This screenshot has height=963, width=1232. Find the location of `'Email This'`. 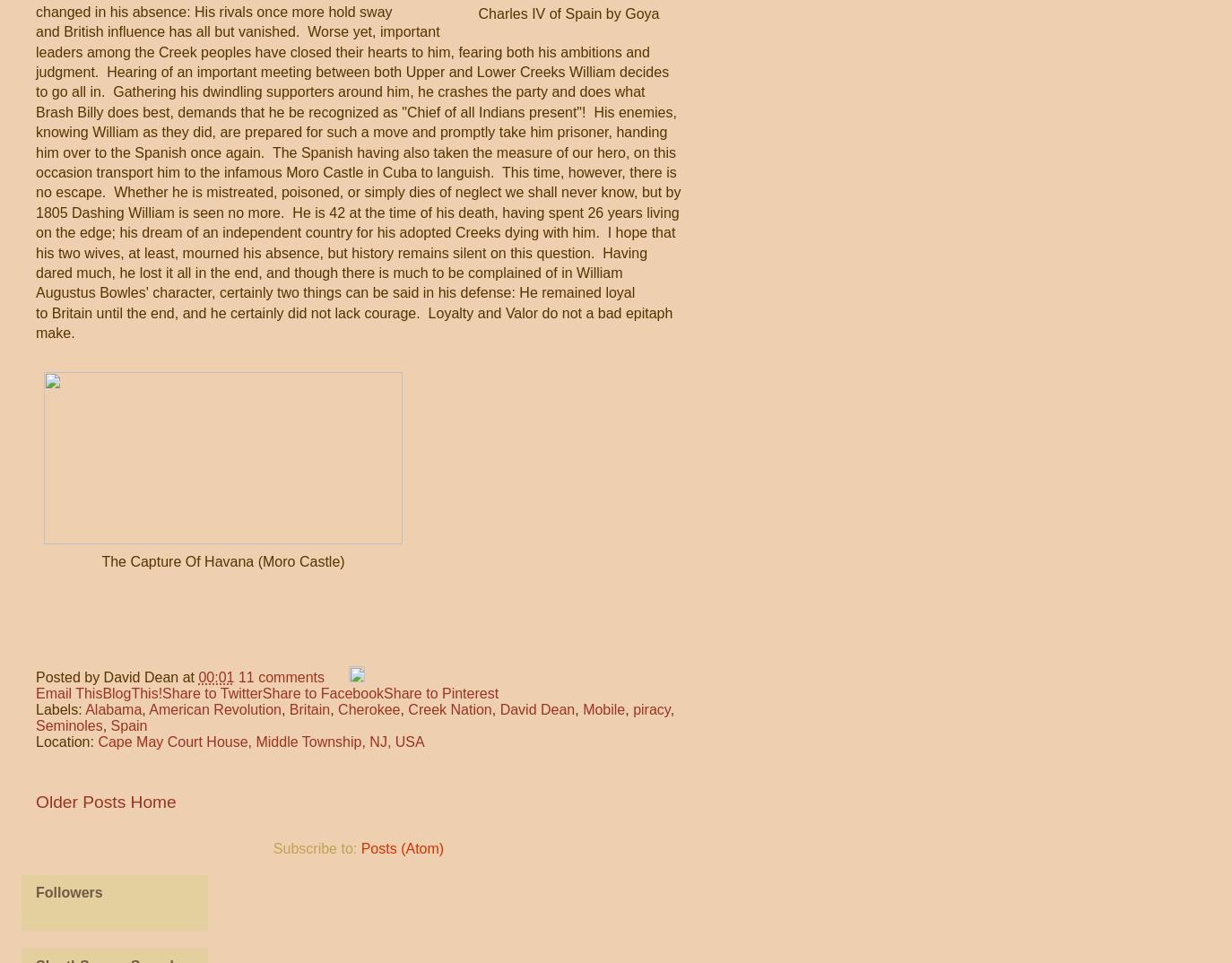

'Email This' is located at coordinates (34, 692).